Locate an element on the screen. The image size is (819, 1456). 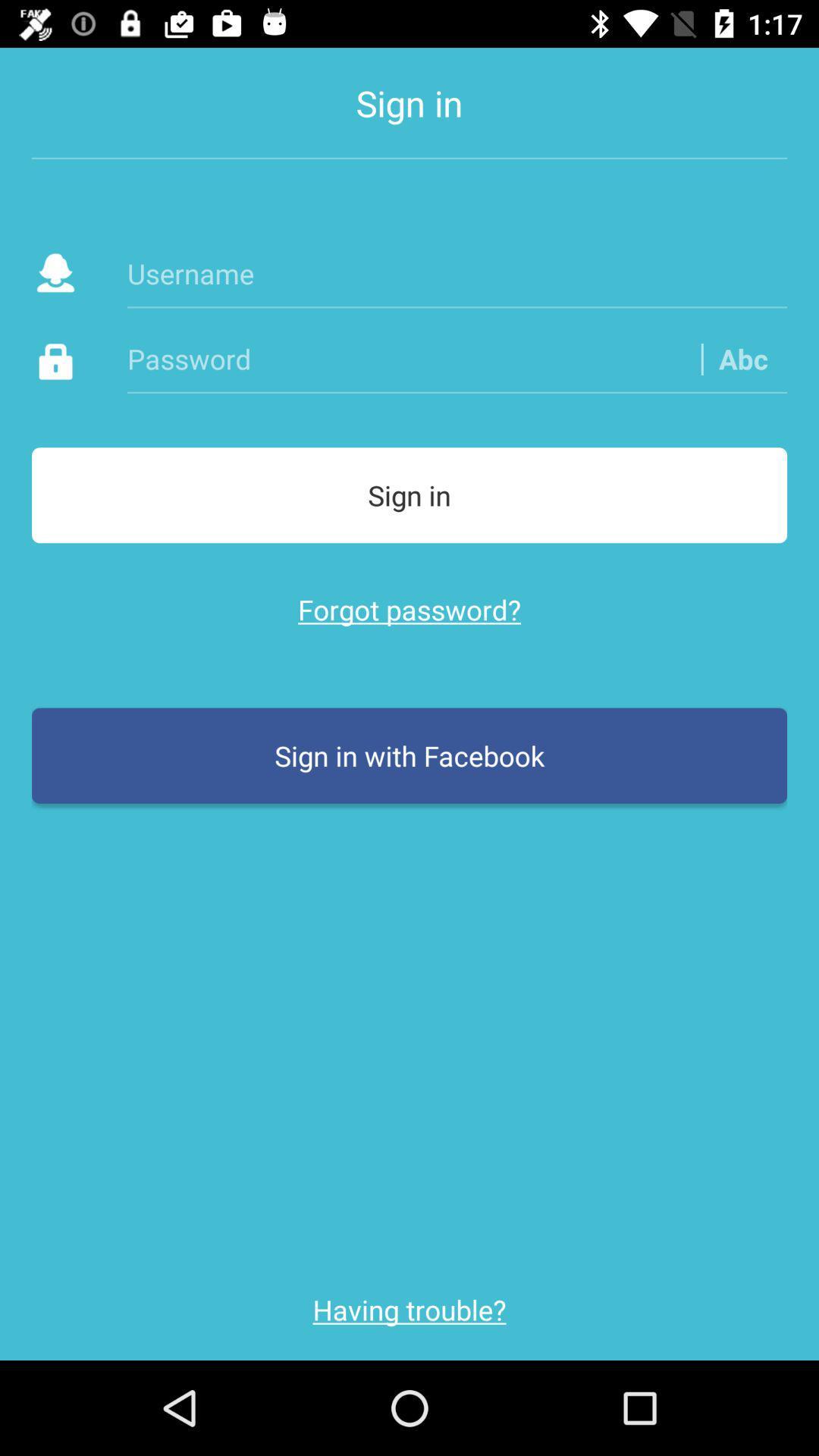
the abc is located at coordinates (742, 358).